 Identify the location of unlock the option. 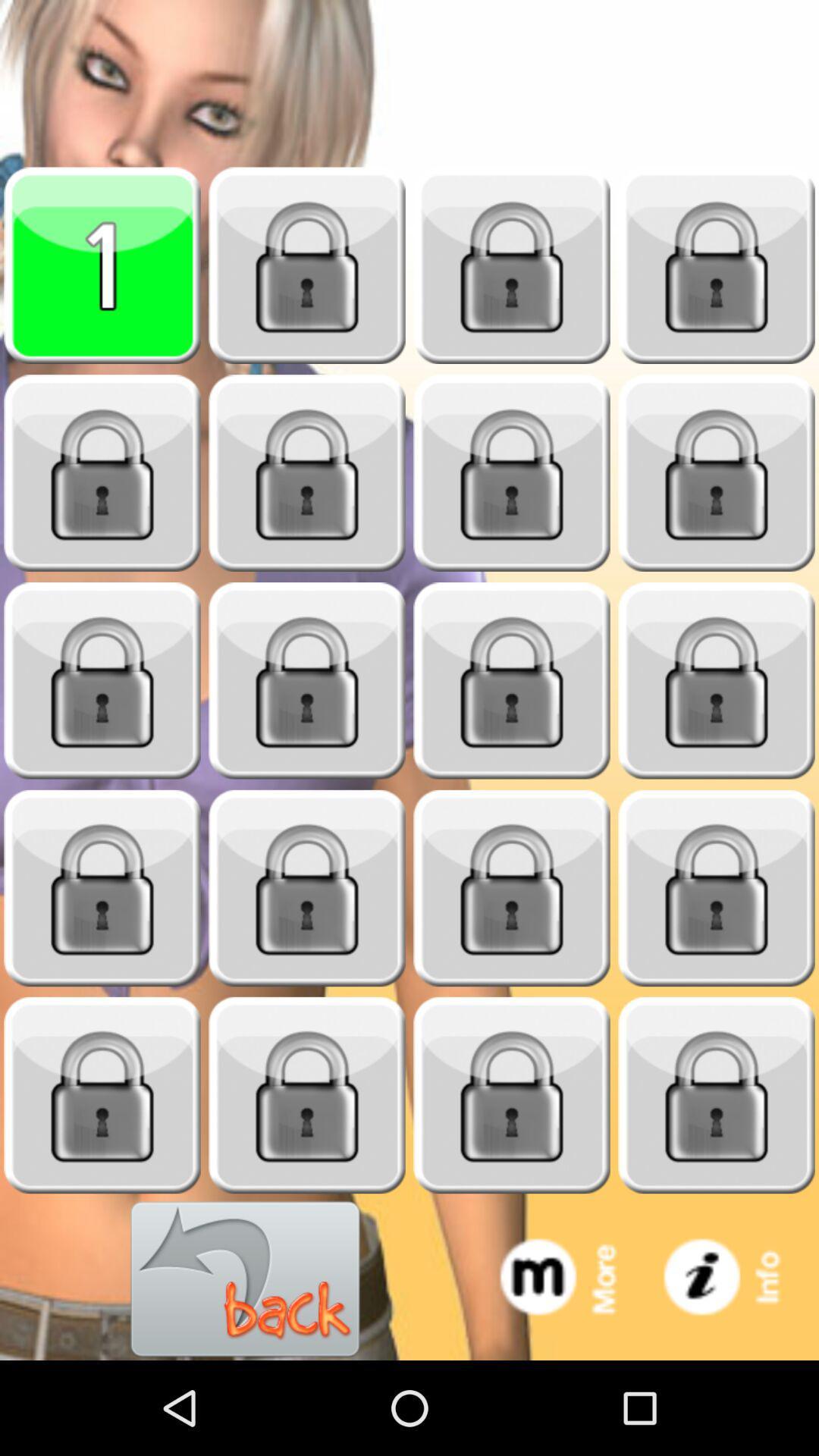
(512, 472).